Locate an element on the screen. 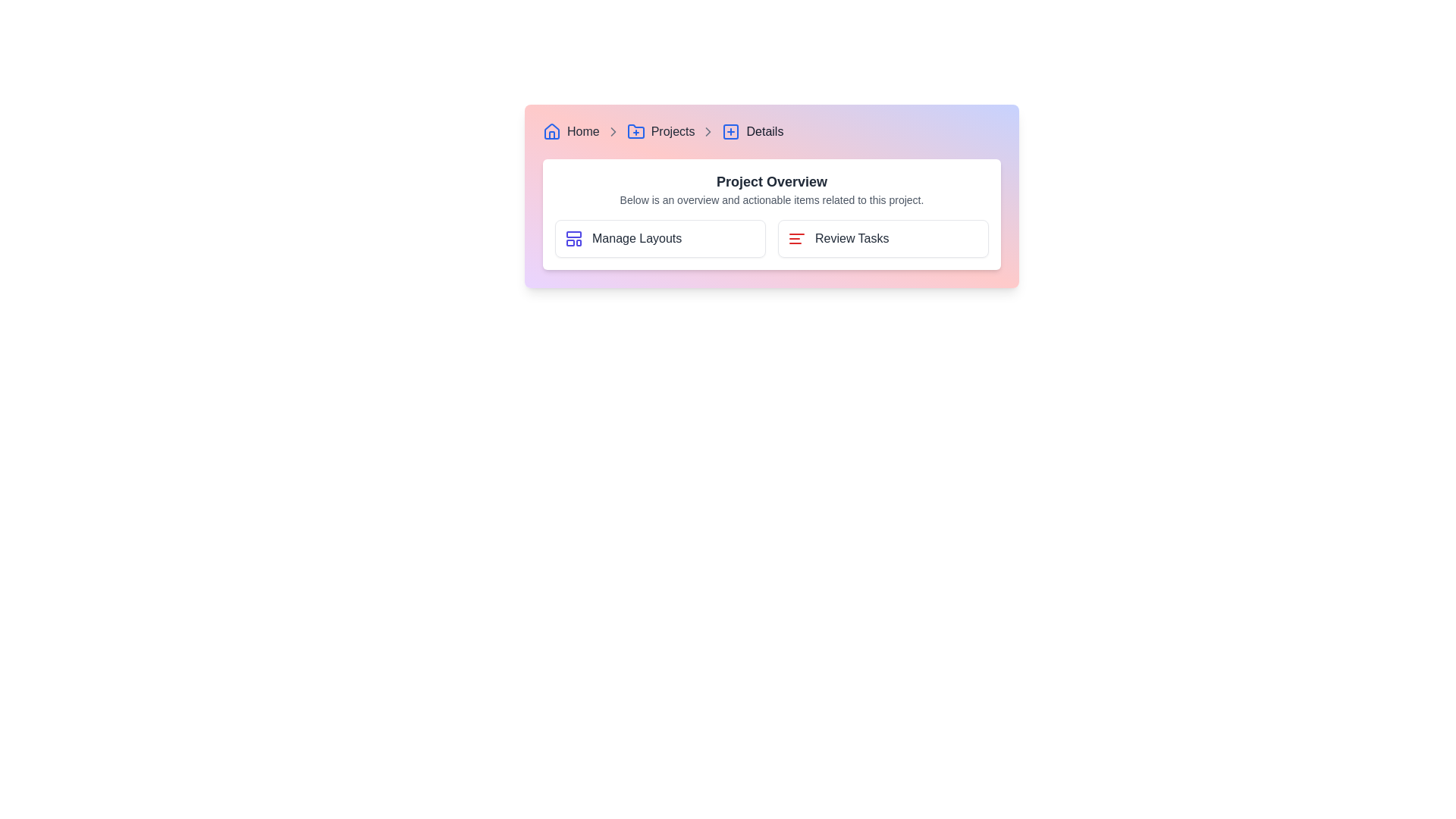  the blue rectangular icon with a plus sign in the breadcrumb navigation labeled 'Details' located at the top-right corner of the interface is located at coordinates (731, 130).